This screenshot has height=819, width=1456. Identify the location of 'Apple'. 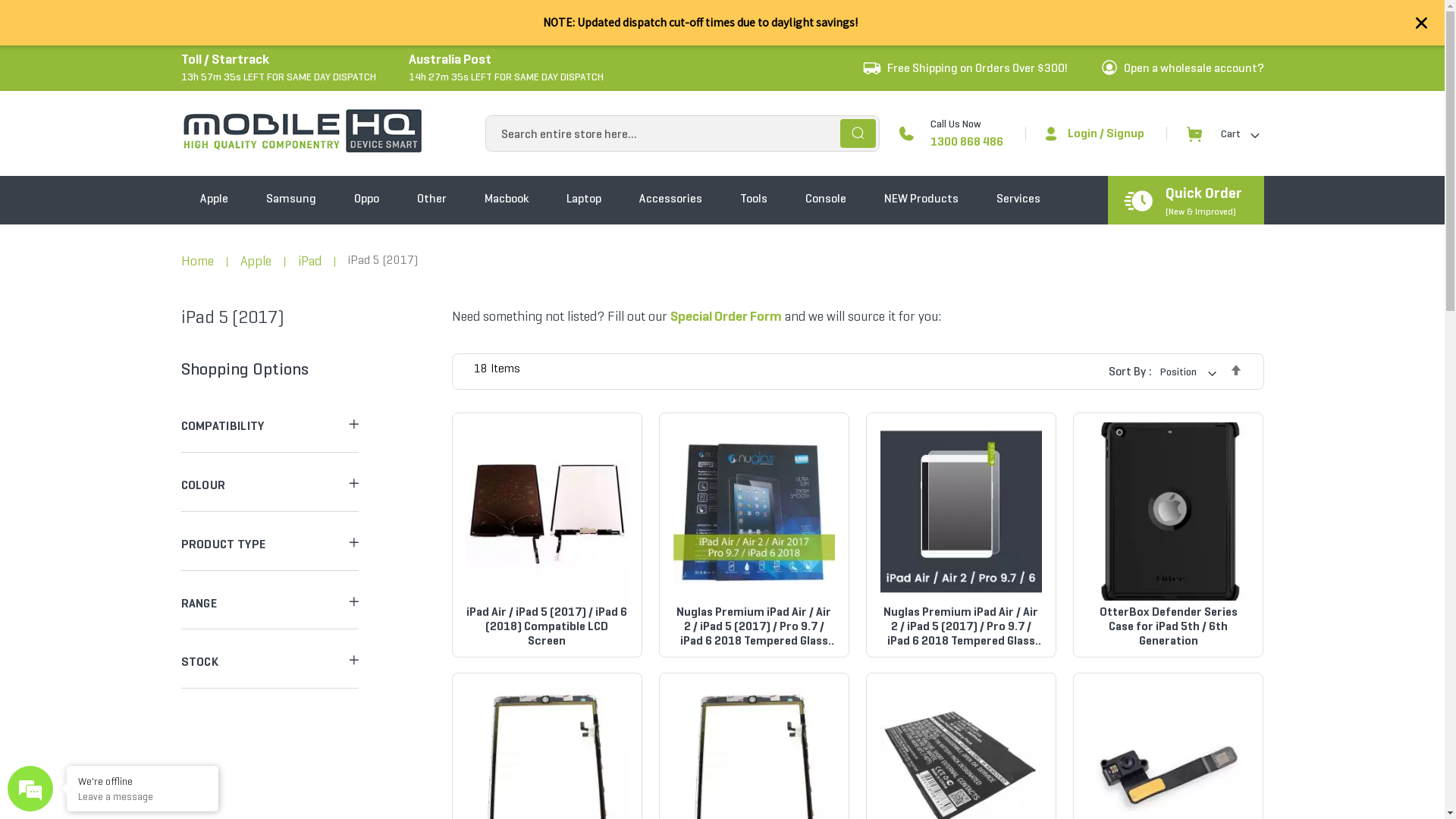
(255, 259).